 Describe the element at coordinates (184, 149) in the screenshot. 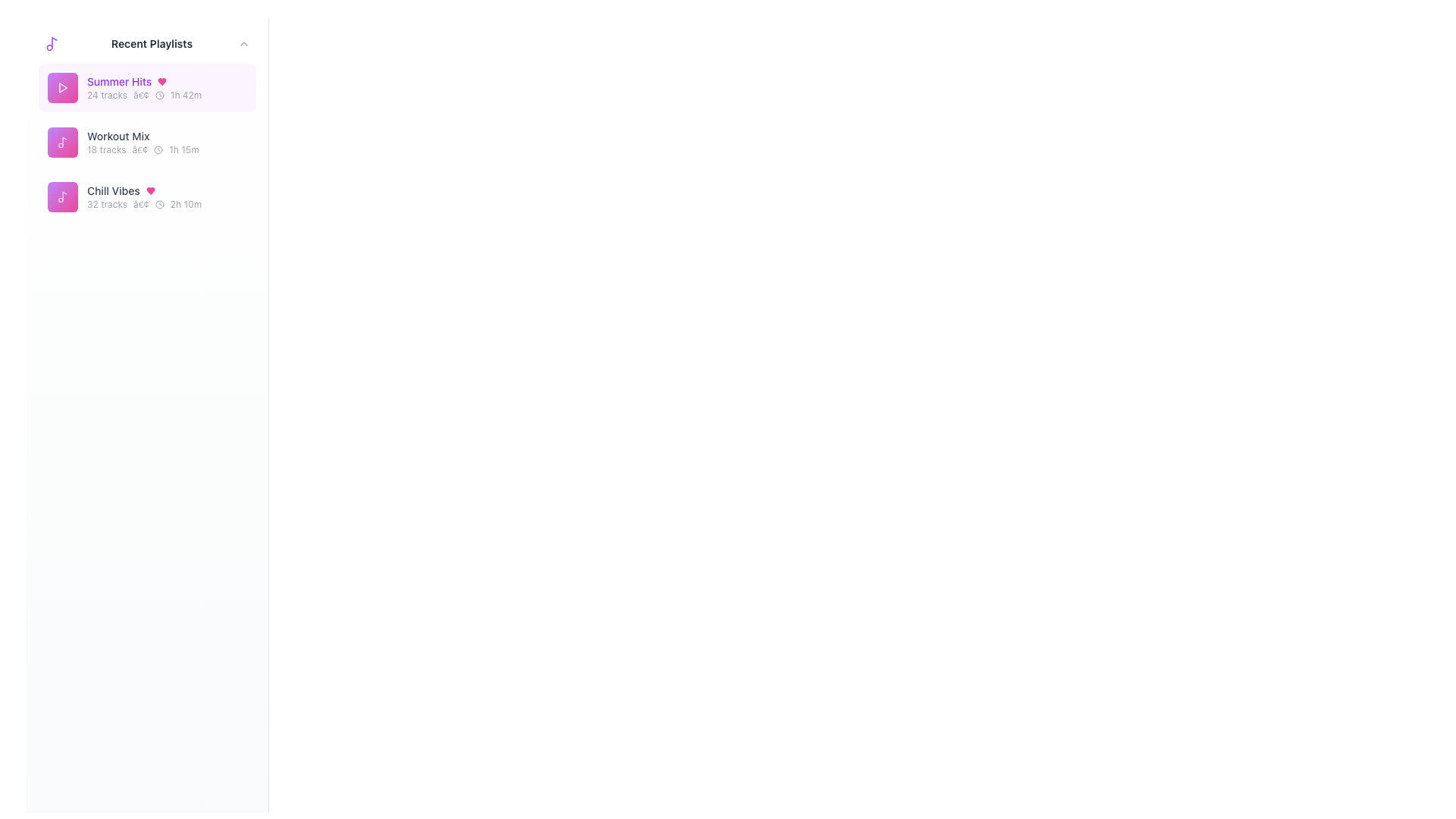

I see `properties of the text label that indicates the total duration of the playlist, located in the 'Workout Mix' entry, to the right of the clock icon` at that location.